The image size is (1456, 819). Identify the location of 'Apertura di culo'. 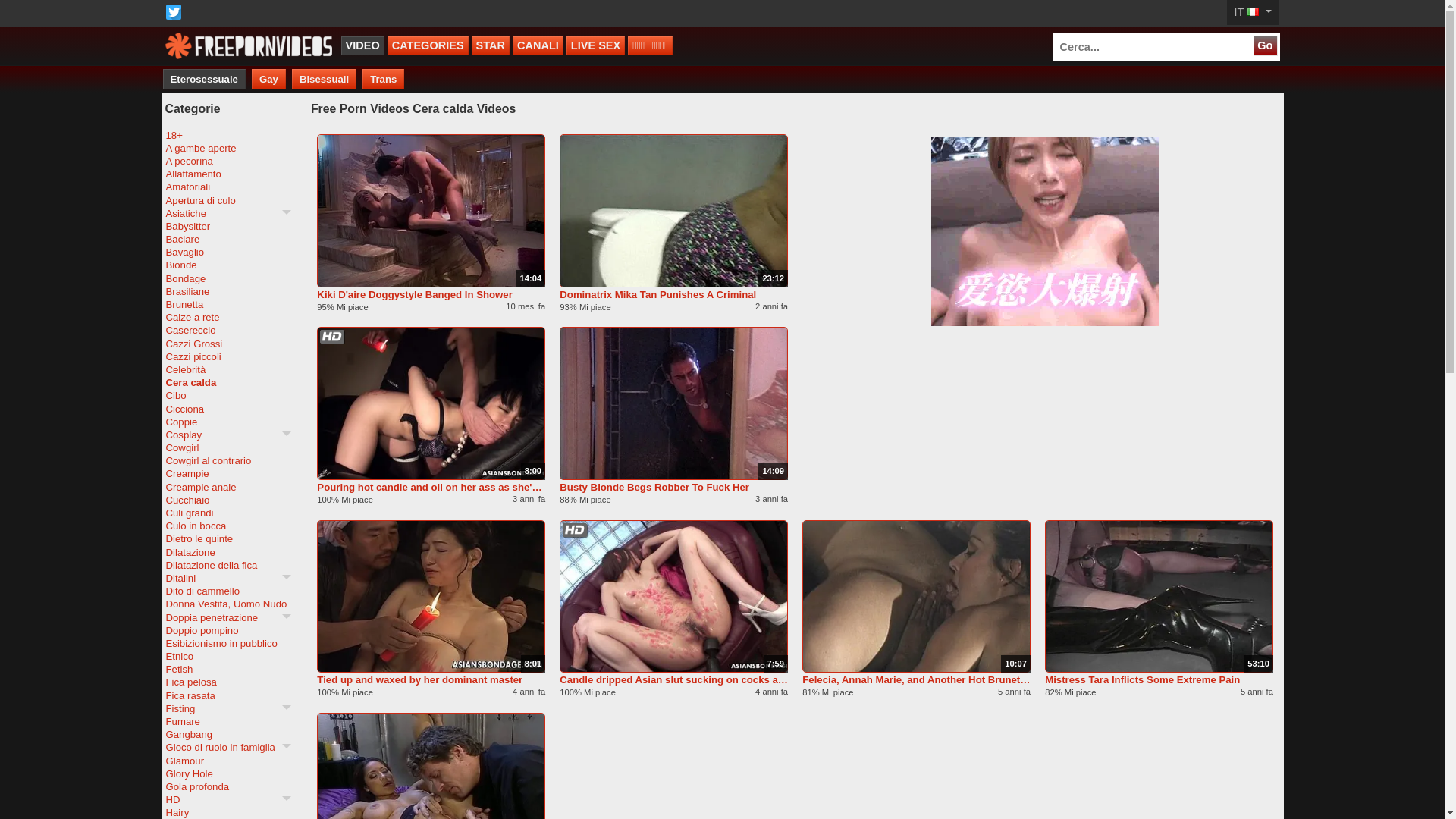
(227, 199).